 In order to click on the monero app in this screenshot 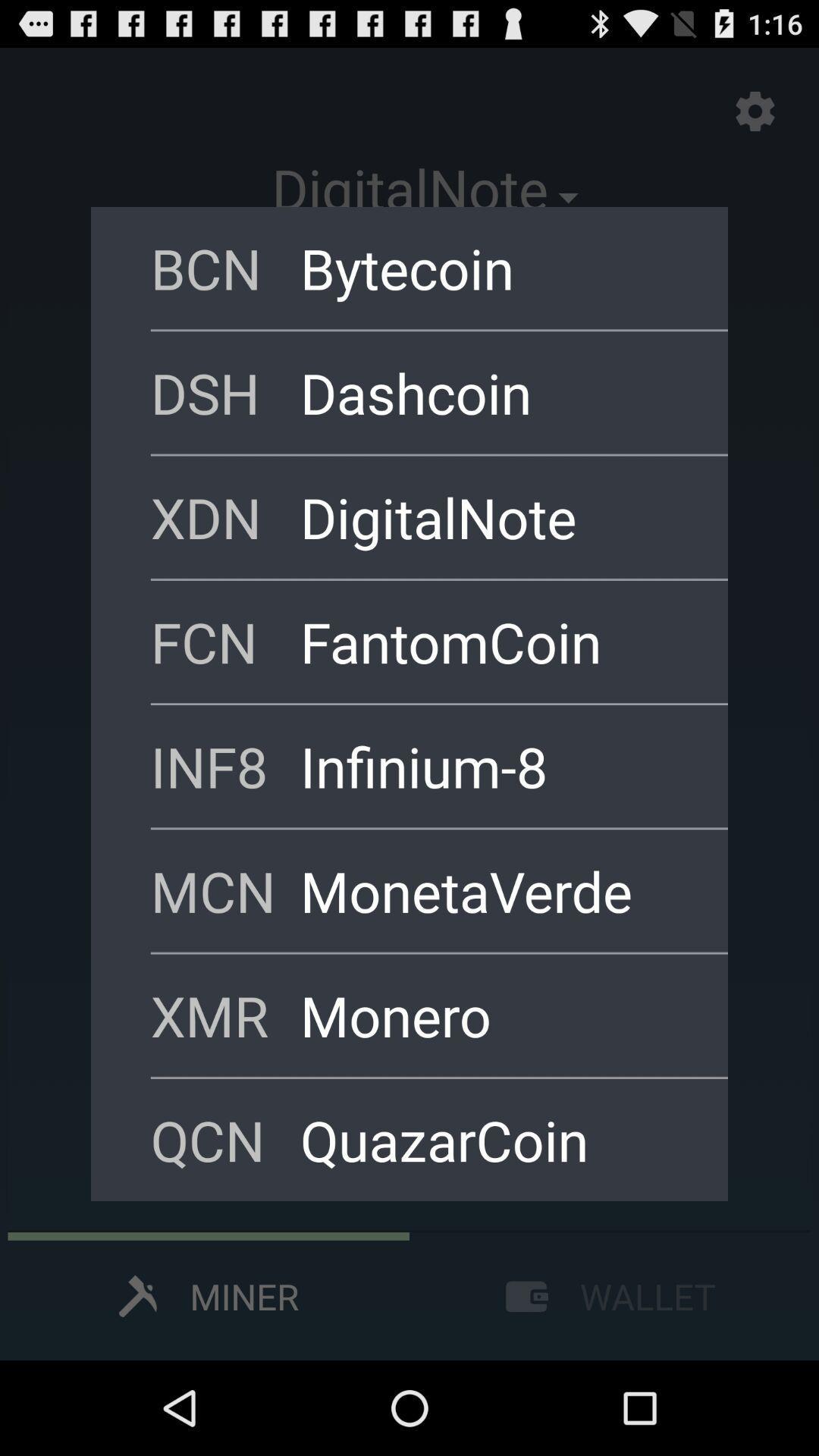, I will do `click(494, 1015)`.